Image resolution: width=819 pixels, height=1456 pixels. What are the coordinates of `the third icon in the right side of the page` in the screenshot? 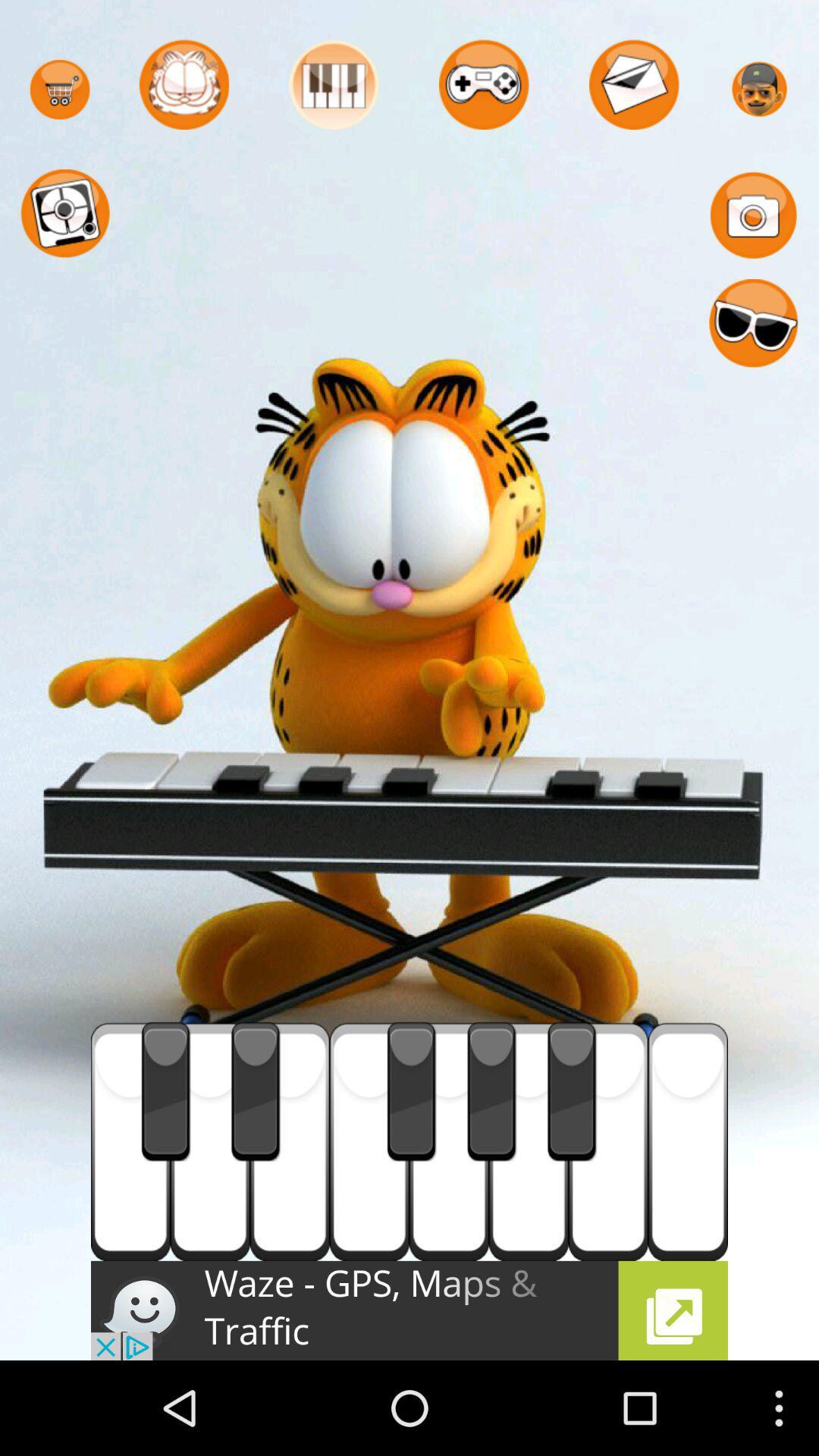 It's located at (754, 323).